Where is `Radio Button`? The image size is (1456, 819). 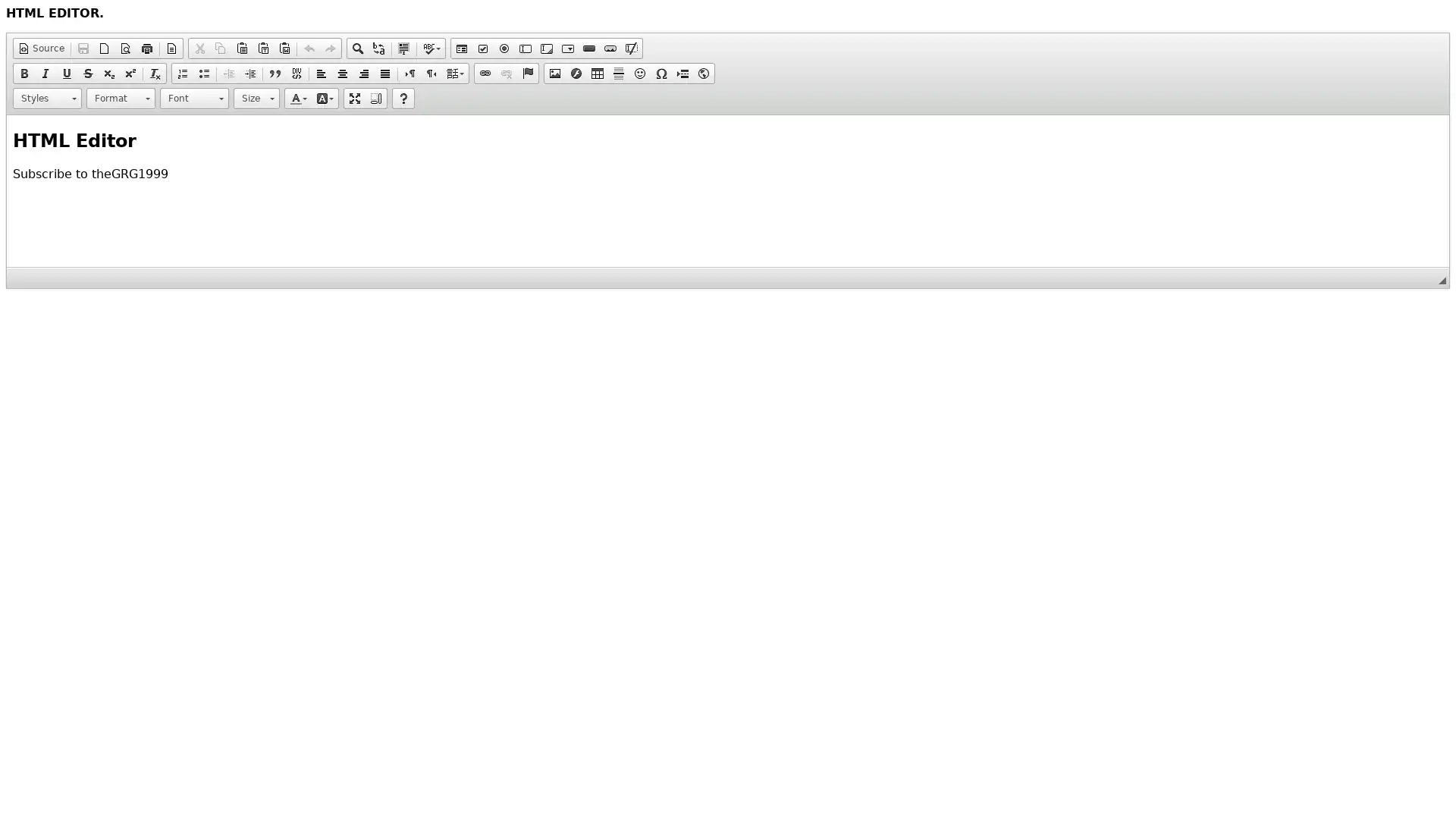
Radio Button is located at coordinates (504, 48).